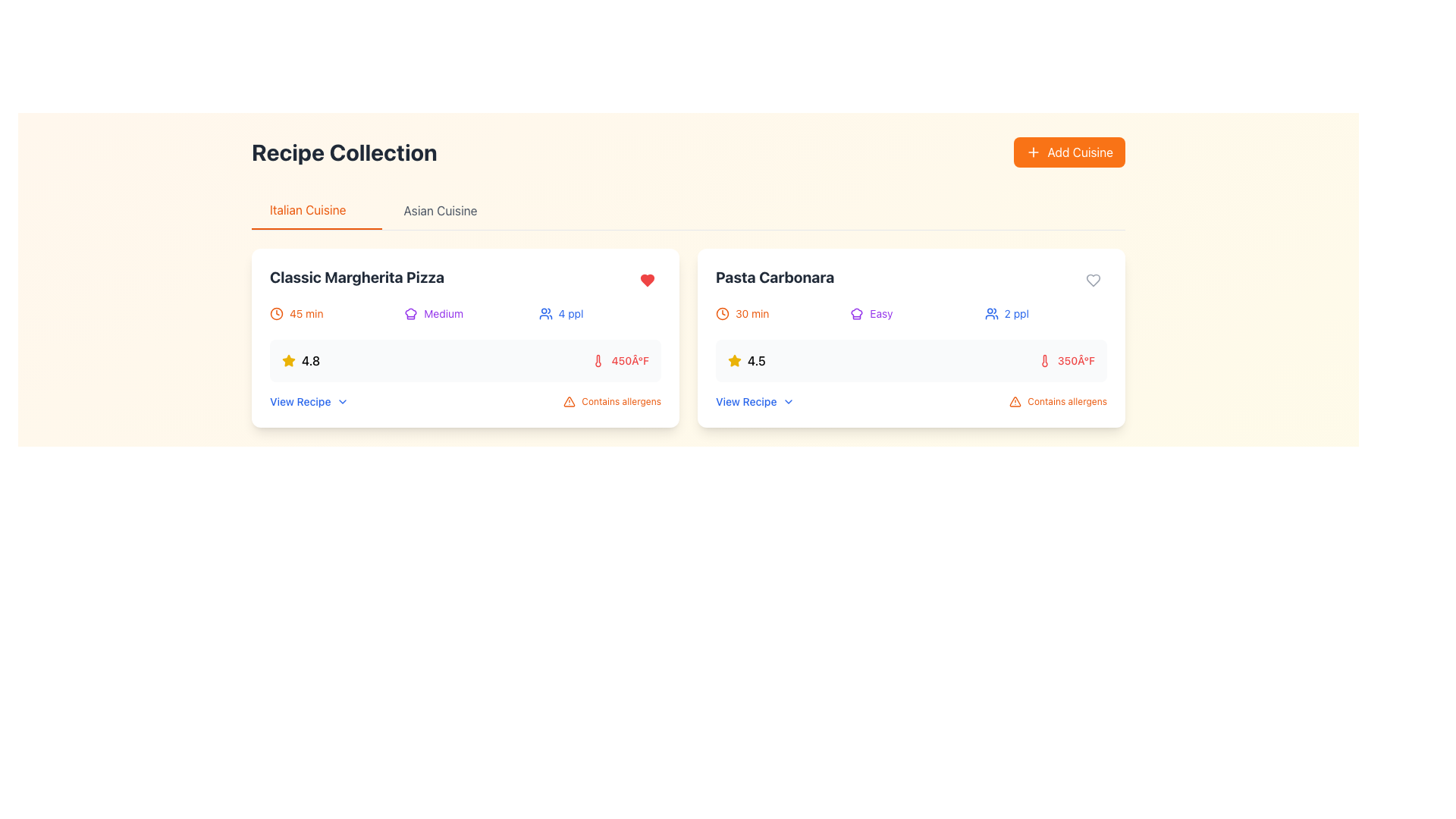 Image resolution: width=1456 pixels, height=819 pixels. I want to click on the clickable link with an icon to view detailed information about the recipe for 'Pasta Carbonara', located at the bottom left of the 'Pasta Carbonara' card, so click(755, 400).